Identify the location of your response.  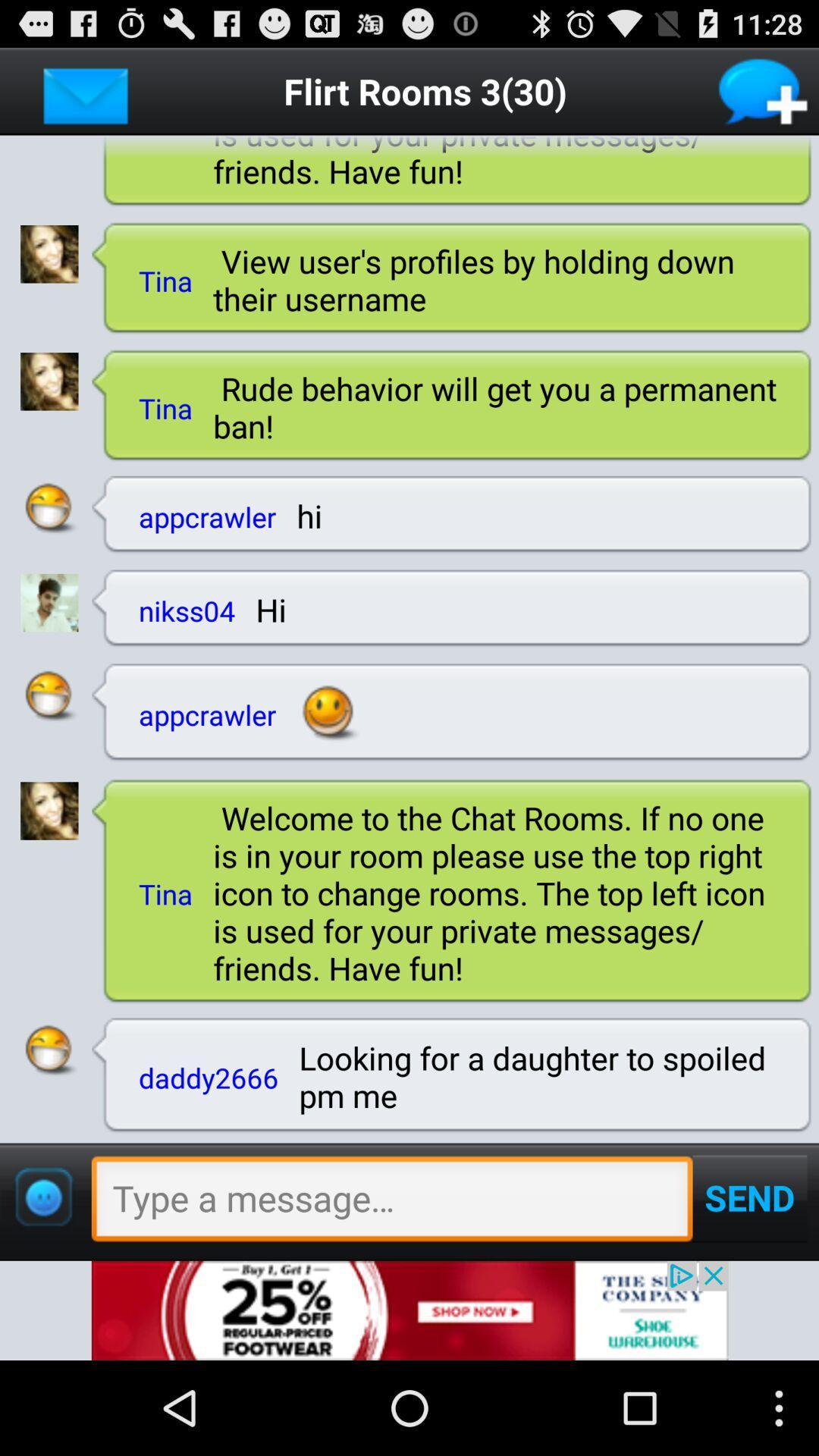
(391, 1202).